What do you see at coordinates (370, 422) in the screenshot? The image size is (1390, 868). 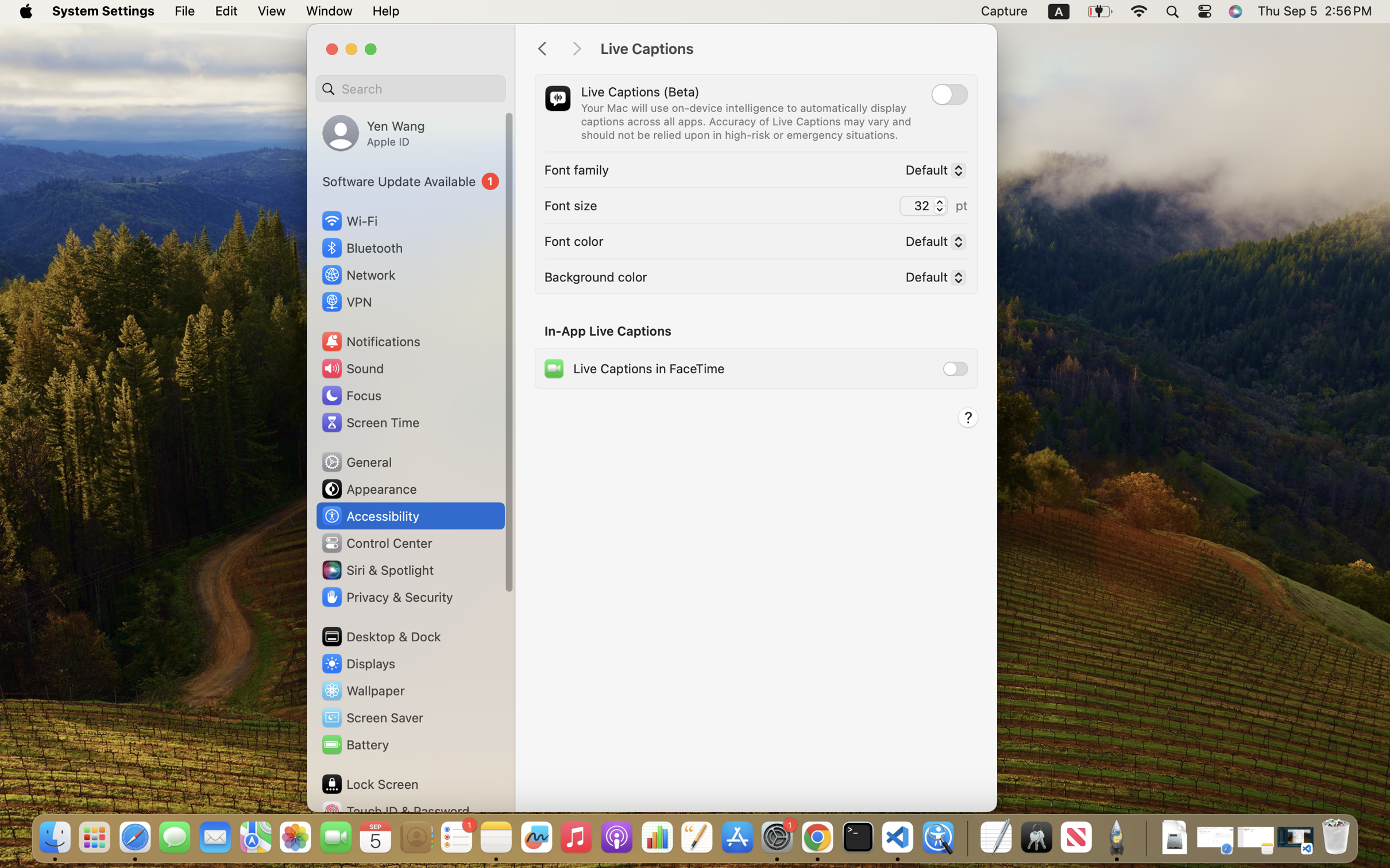 I see `'Screen Time'` at bounding box center [370, 422].